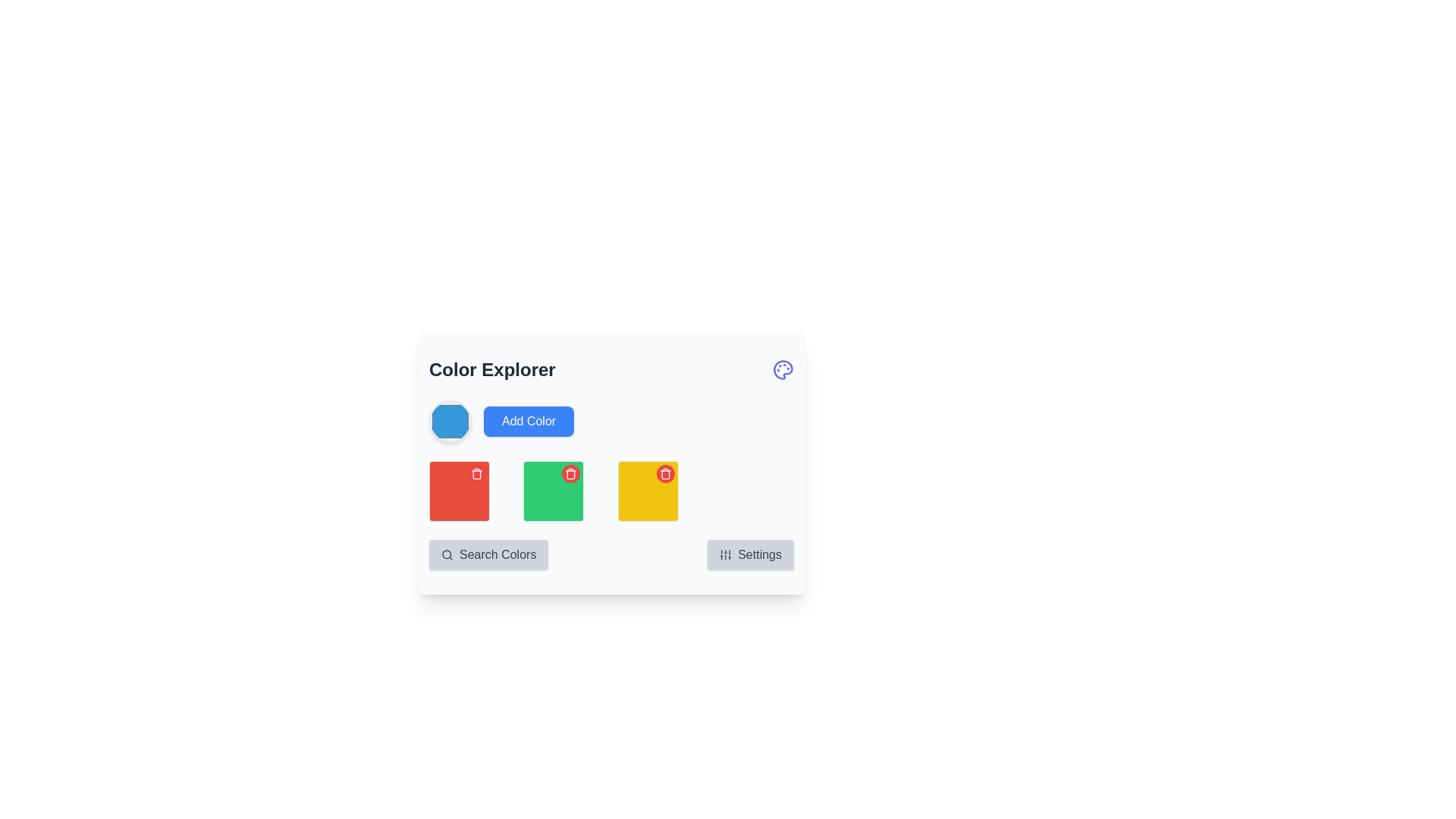  Describe the element at coordinates (570, 472) in the screenshot. I see `the trash can icon located within the red circular button at the top-right corner of the red square in the middle row of the color grid` at that location.